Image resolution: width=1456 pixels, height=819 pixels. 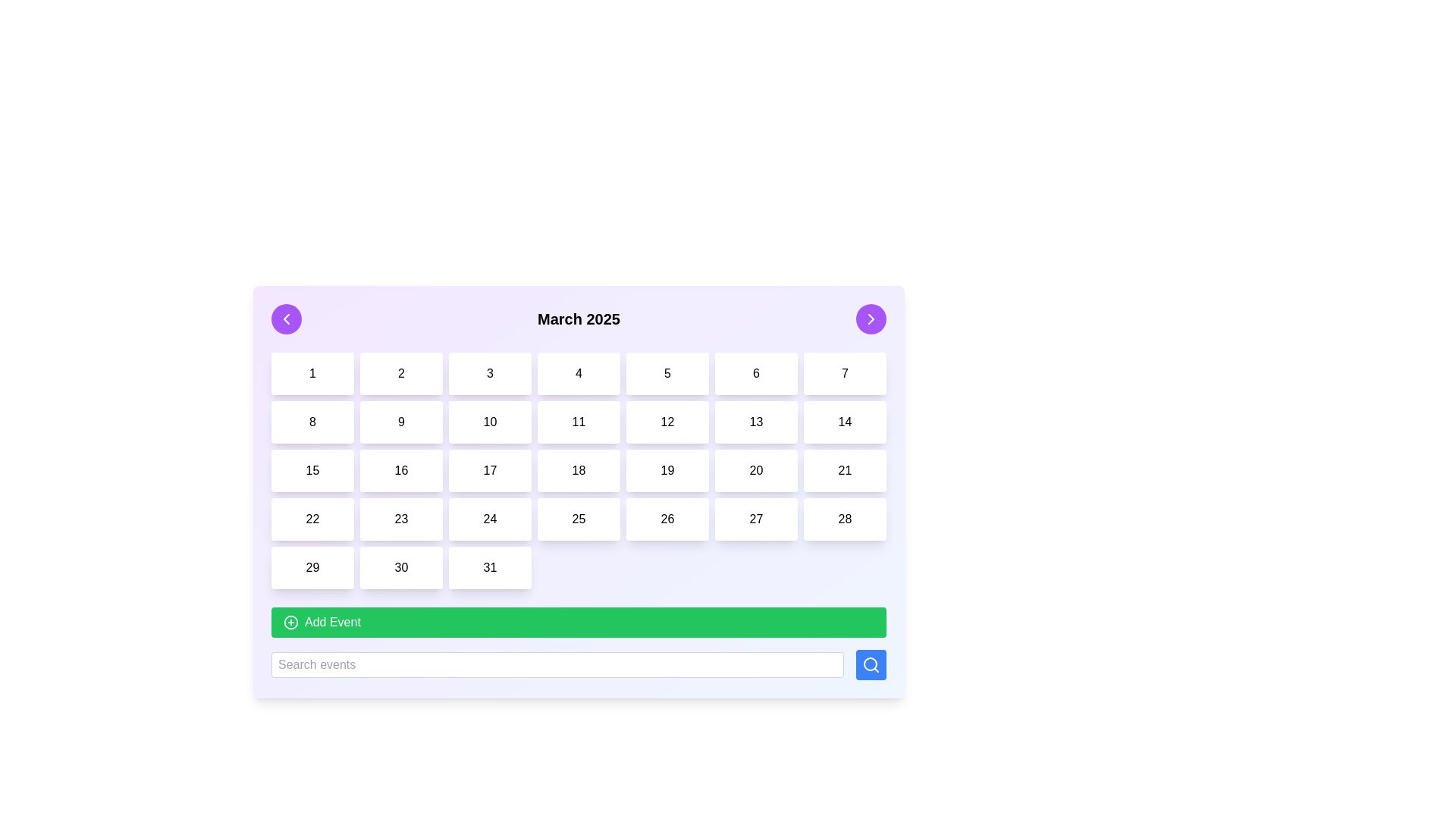 What do you see at coordinates (871, 664) in the screenshot?
I see `the search icon button located at the bottom-right corner of the calendar interface to initiate a search` at bounding box center [871, 664].